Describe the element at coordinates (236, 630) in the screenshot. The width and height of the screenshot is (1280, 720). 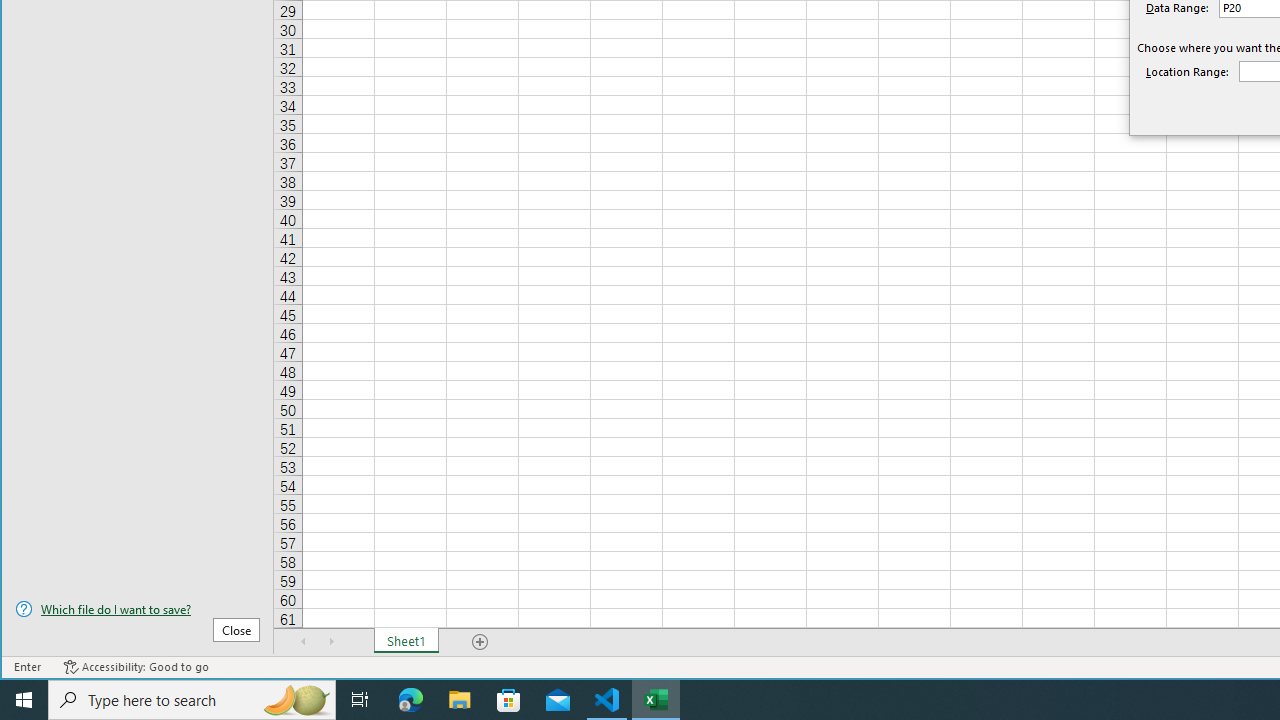
I see `'Close'` at that location.